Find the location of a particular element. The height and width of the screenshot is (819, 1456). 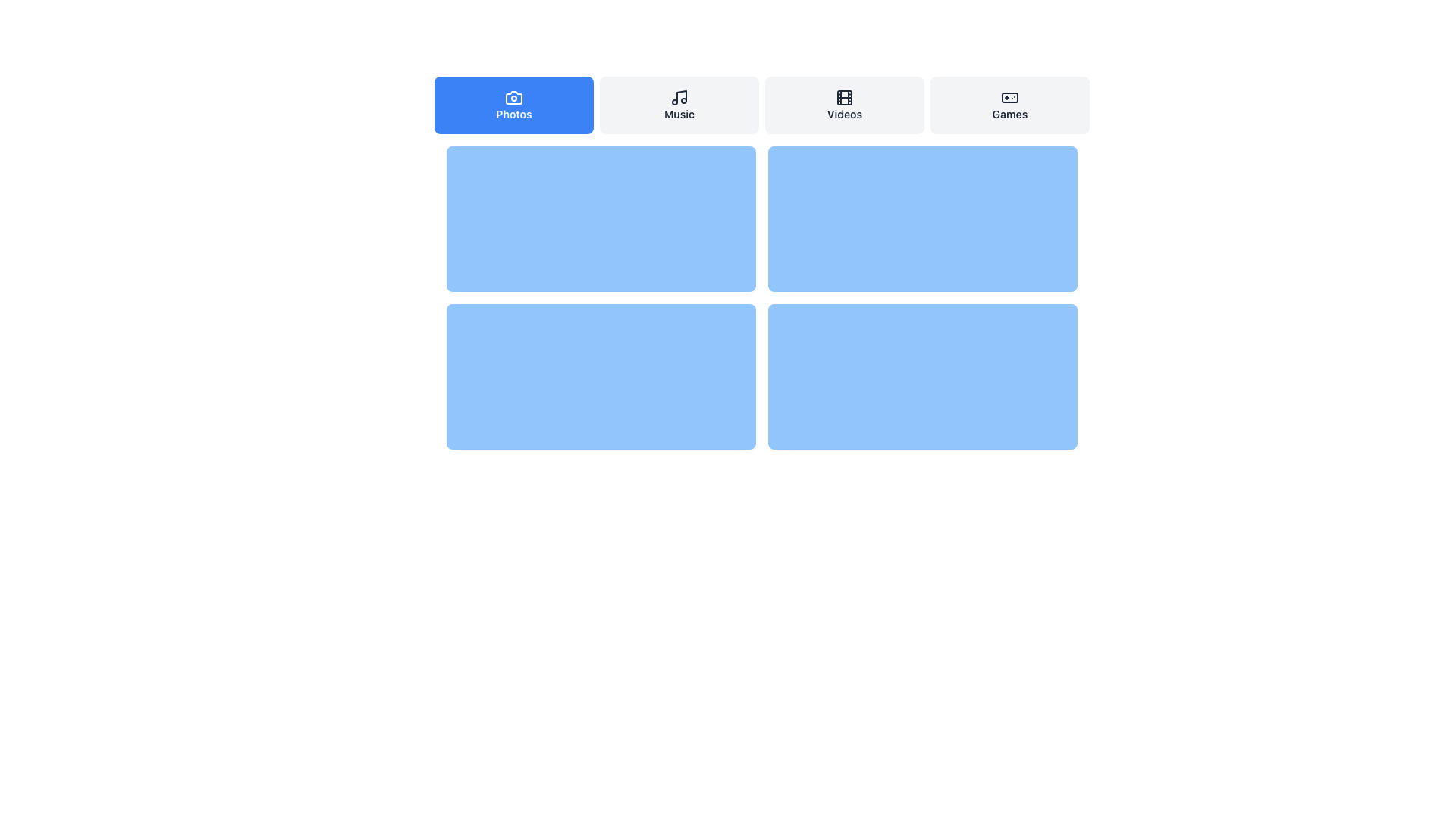

code of the gaming controller icon, which is a rounded rectangle located within the 'Games' section of the interface is located at coordinates (1009, 97).